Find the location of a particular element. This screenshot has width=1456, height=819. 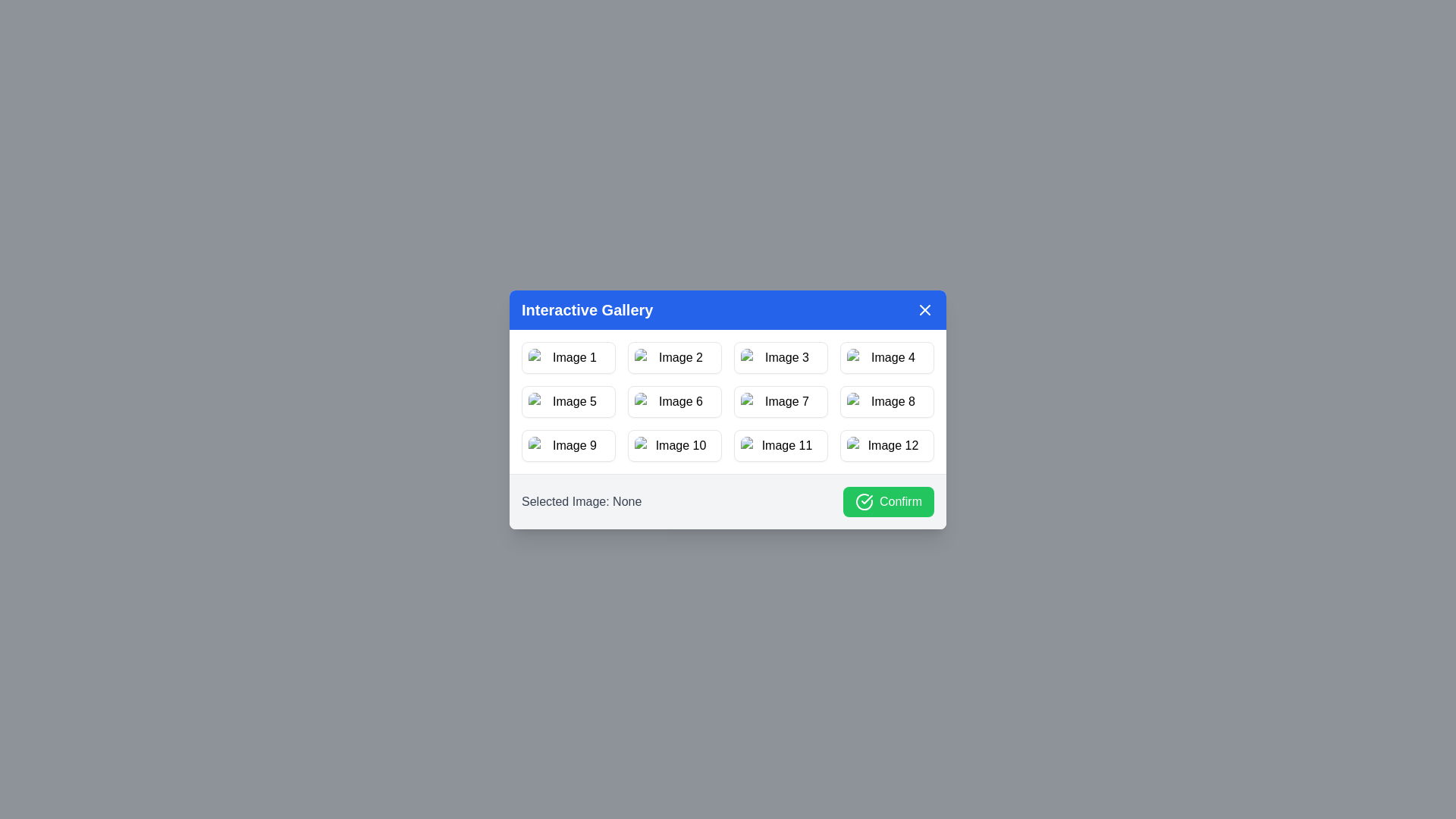

the 'Confirm' button to confirm the selected image is located at coordinates (888, 501).